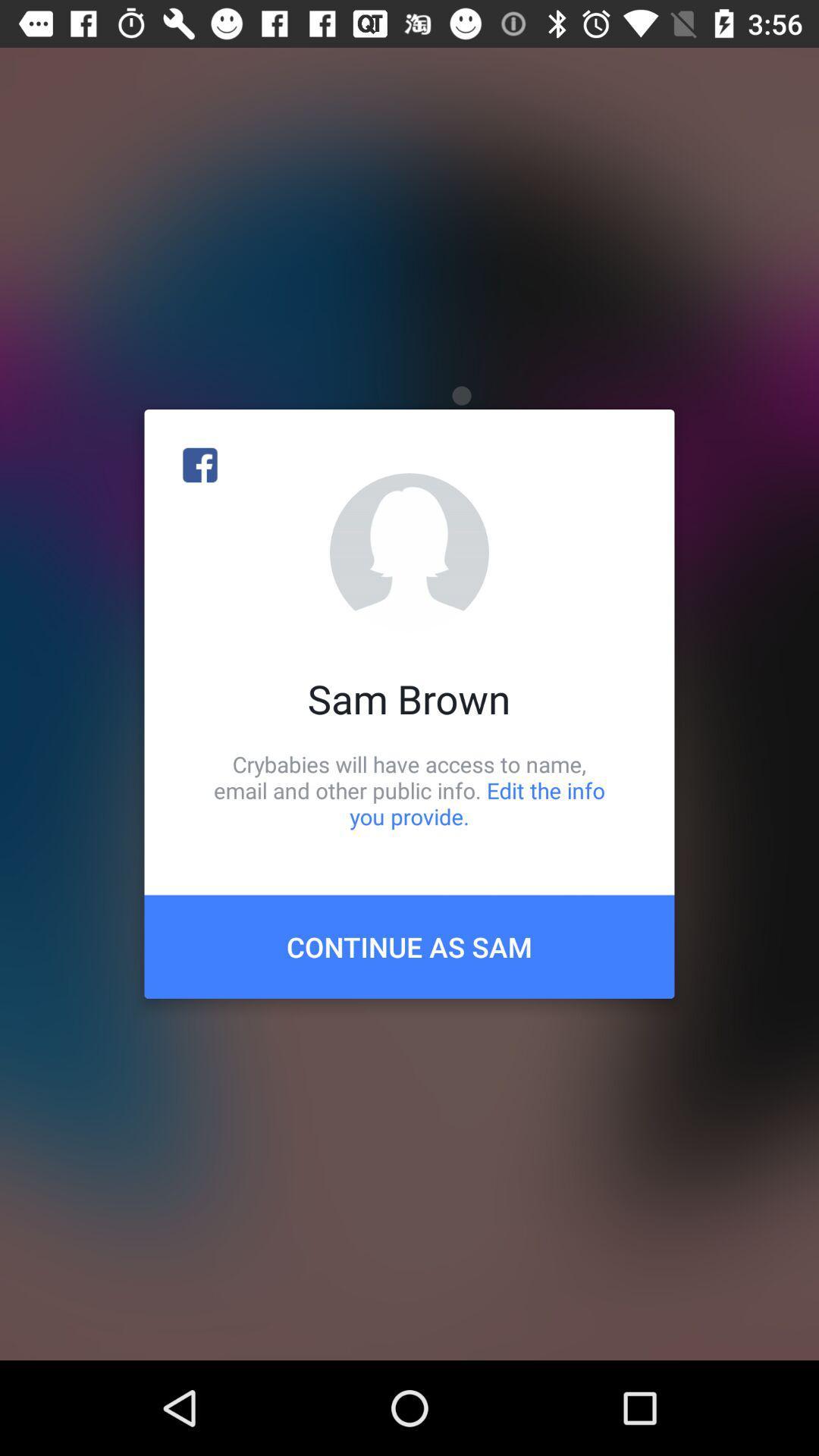 The width and height of the screenshot is (819, 1456). I want to click on crybabies will have, so click(409, 789).